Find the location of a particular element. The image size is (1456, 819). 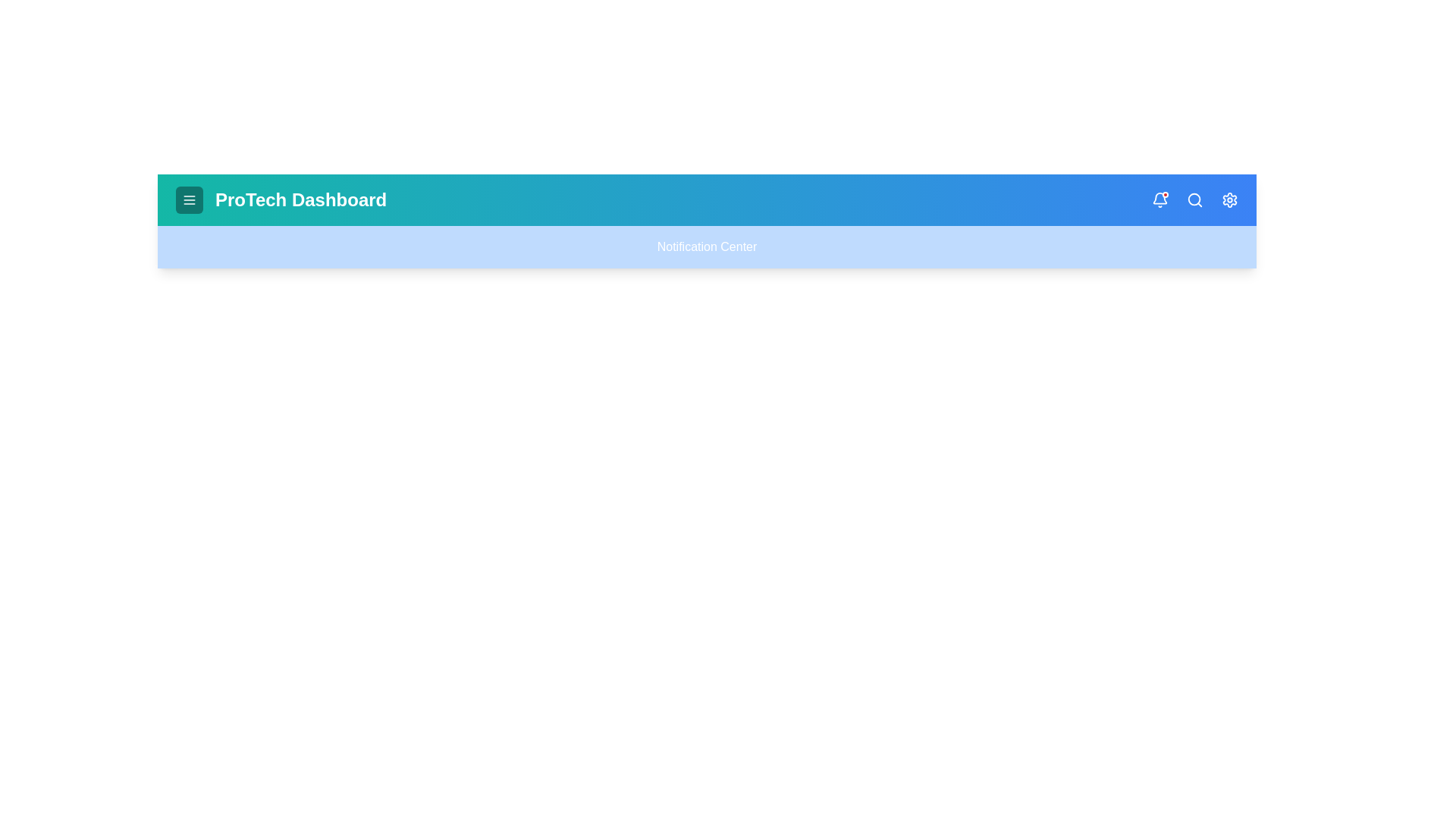

the menu button to access the menu is located at coordinates (188, 199).